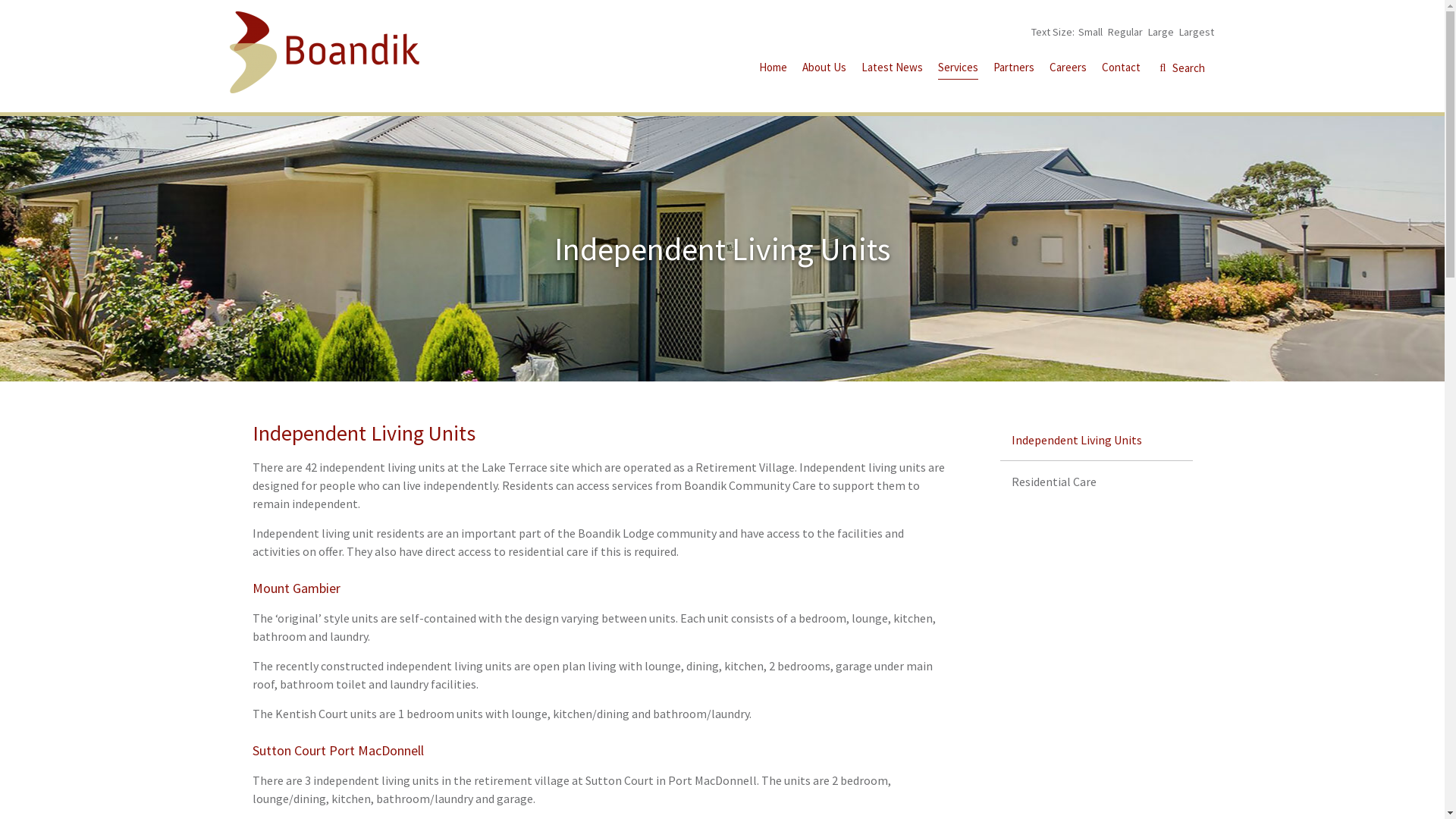  Describe the element at coordinates (1125, 32) in the screenshot. I see `'Regular'` at that location.